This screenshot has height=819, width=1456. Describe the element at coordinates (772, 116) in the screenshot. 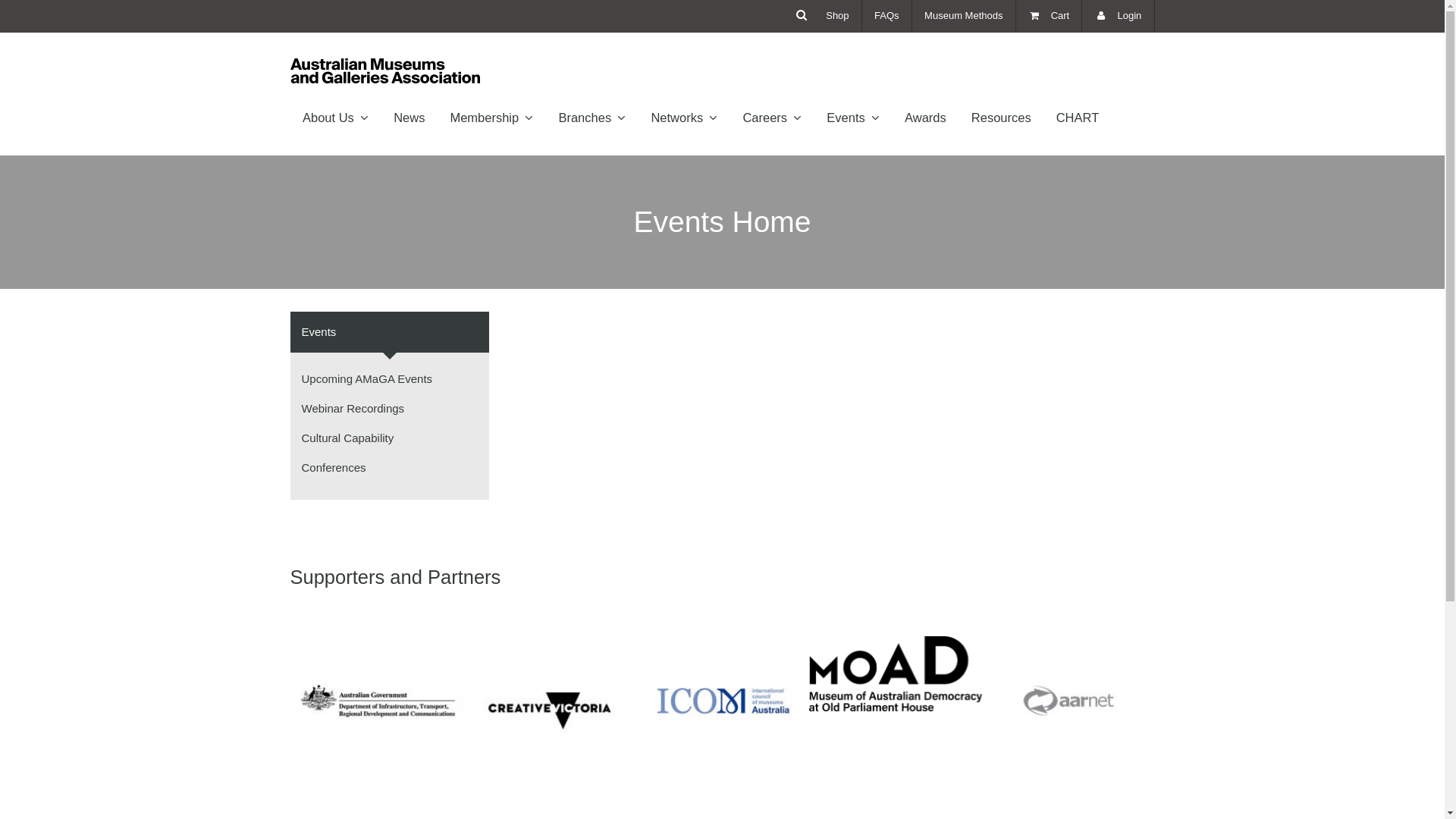

I see `'Careers'` at that location.